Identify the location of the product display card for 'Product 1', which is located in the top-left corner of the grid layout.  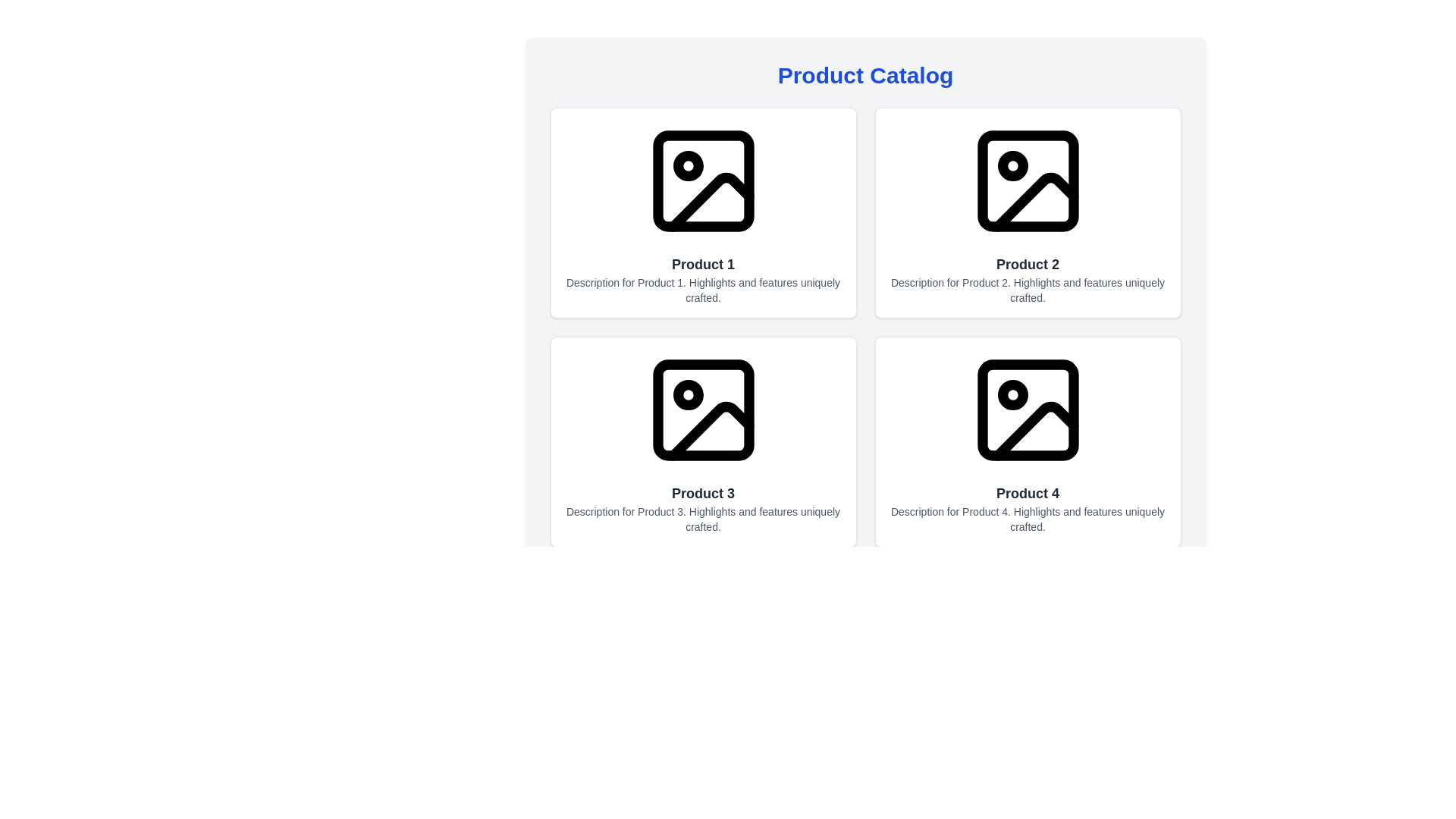
(702, 213).